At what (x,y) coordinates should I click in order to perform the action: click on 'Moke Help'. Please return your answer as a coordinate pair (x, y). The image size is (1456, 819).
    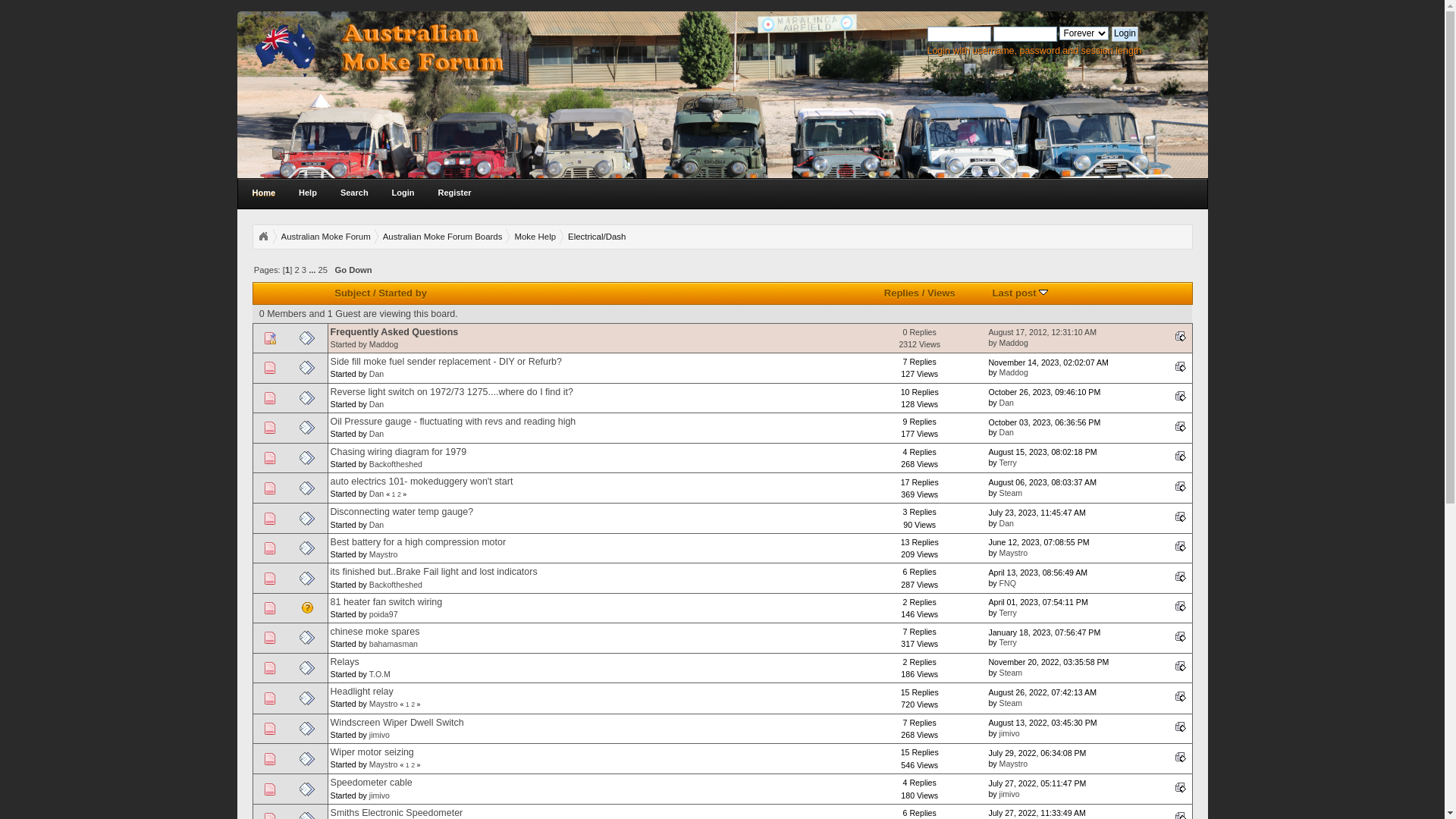
    Looking at the image, I should click on (513, 237).